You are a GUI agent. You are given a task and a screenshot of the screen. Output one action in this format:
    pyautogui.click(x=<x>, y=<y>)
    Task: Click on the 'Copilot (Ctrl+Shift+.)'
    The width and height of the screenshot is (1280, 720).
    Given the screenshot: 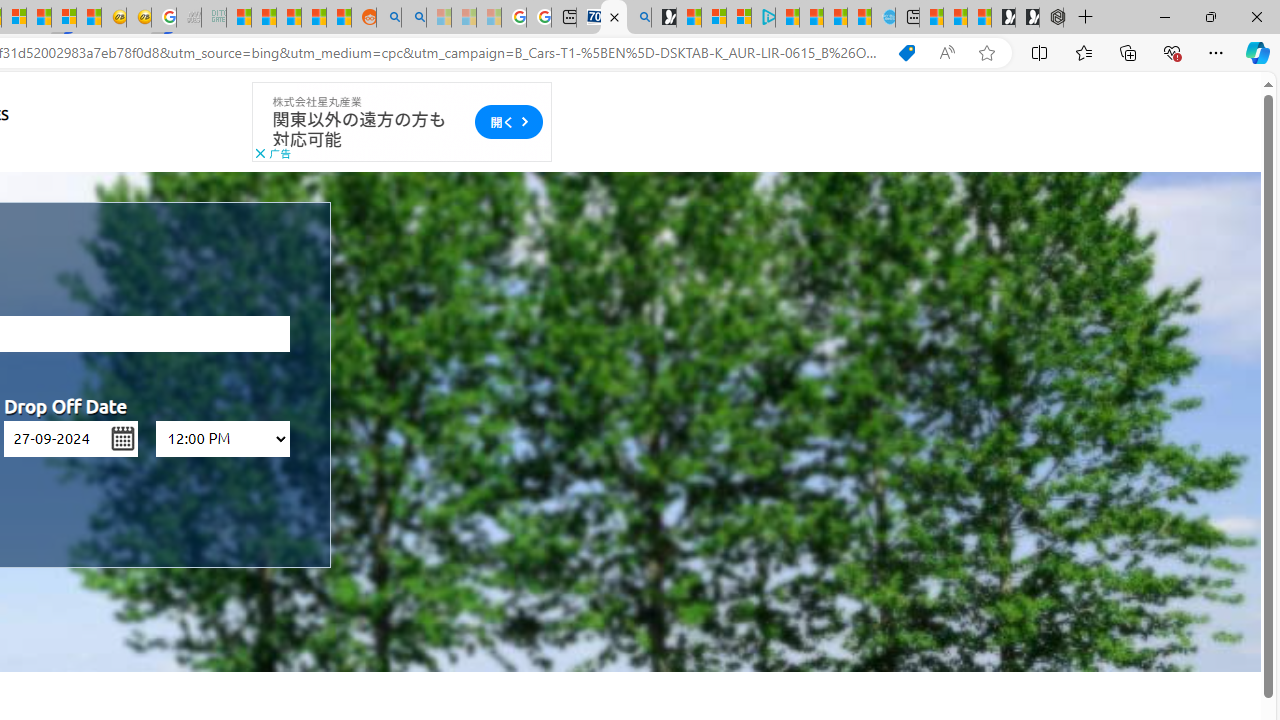 What is the action you would take?
    pyautogui.click(x=1257, y=51)
    